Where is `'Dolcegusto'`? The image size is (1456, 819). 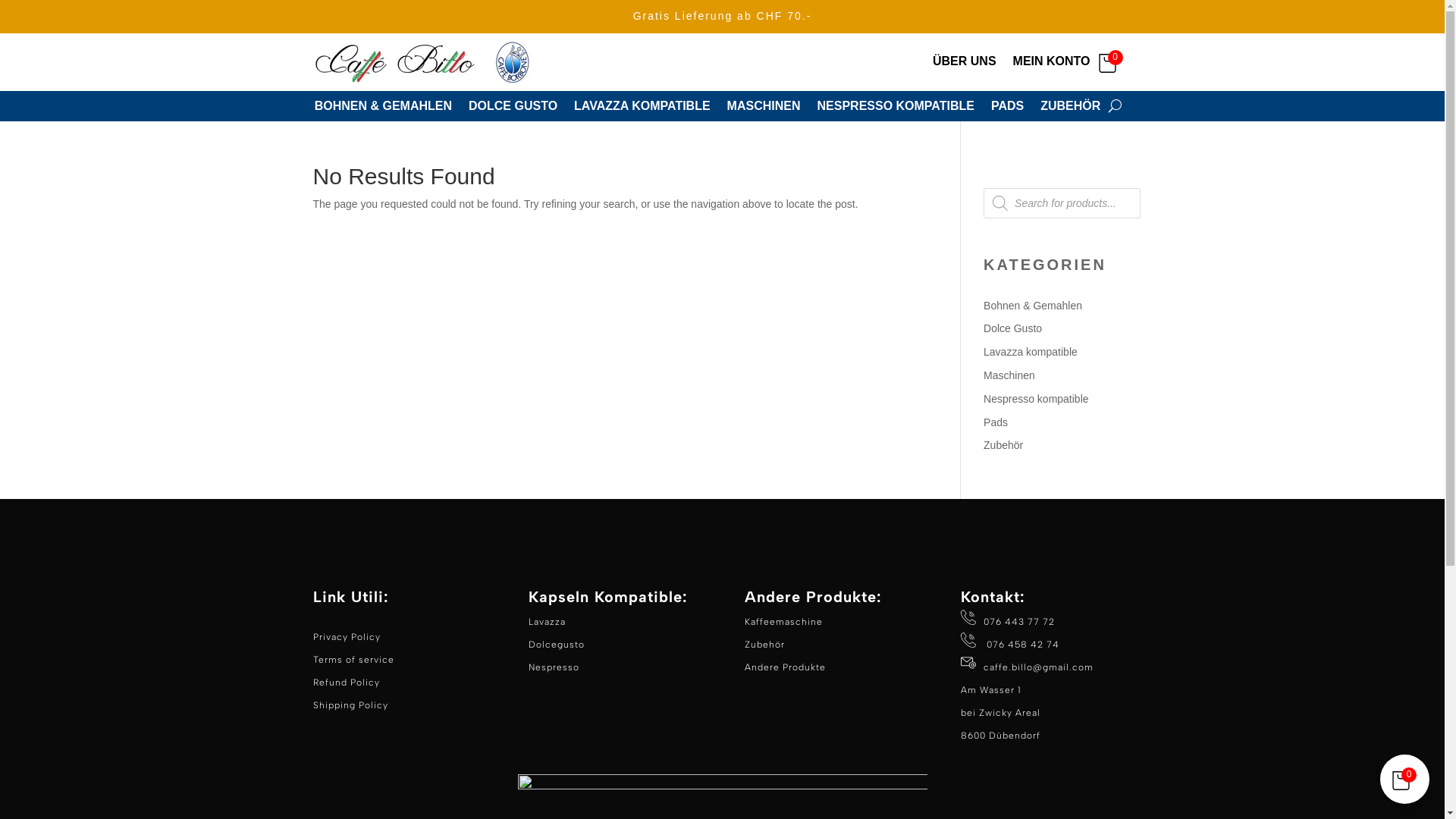
'Dolcegusto' is located at coordinates (556, 644).